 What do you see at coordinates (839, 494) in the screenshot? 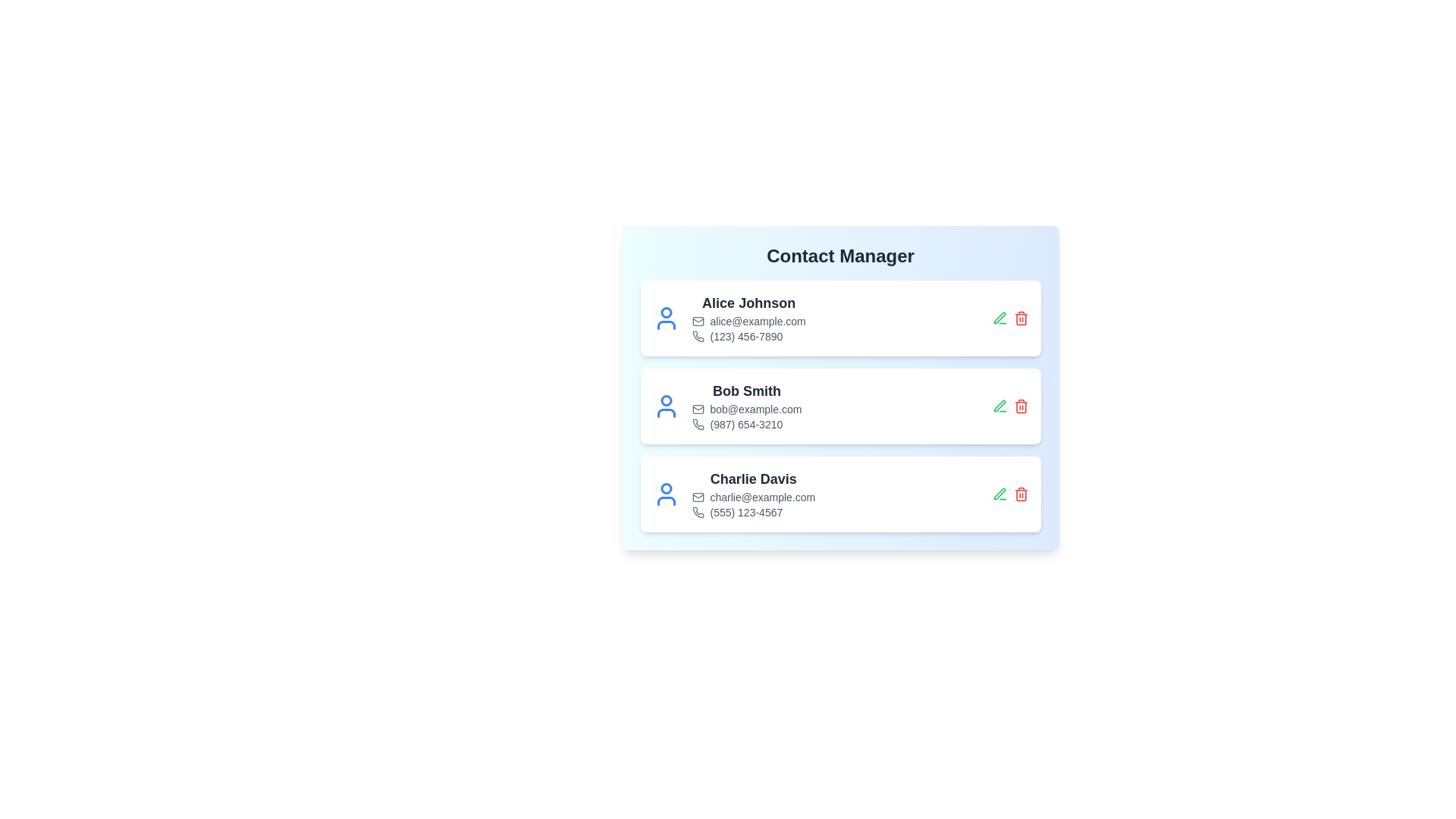
I see `the contact entry for Charlie Davis to view their details` at bounding box center [839, 494].